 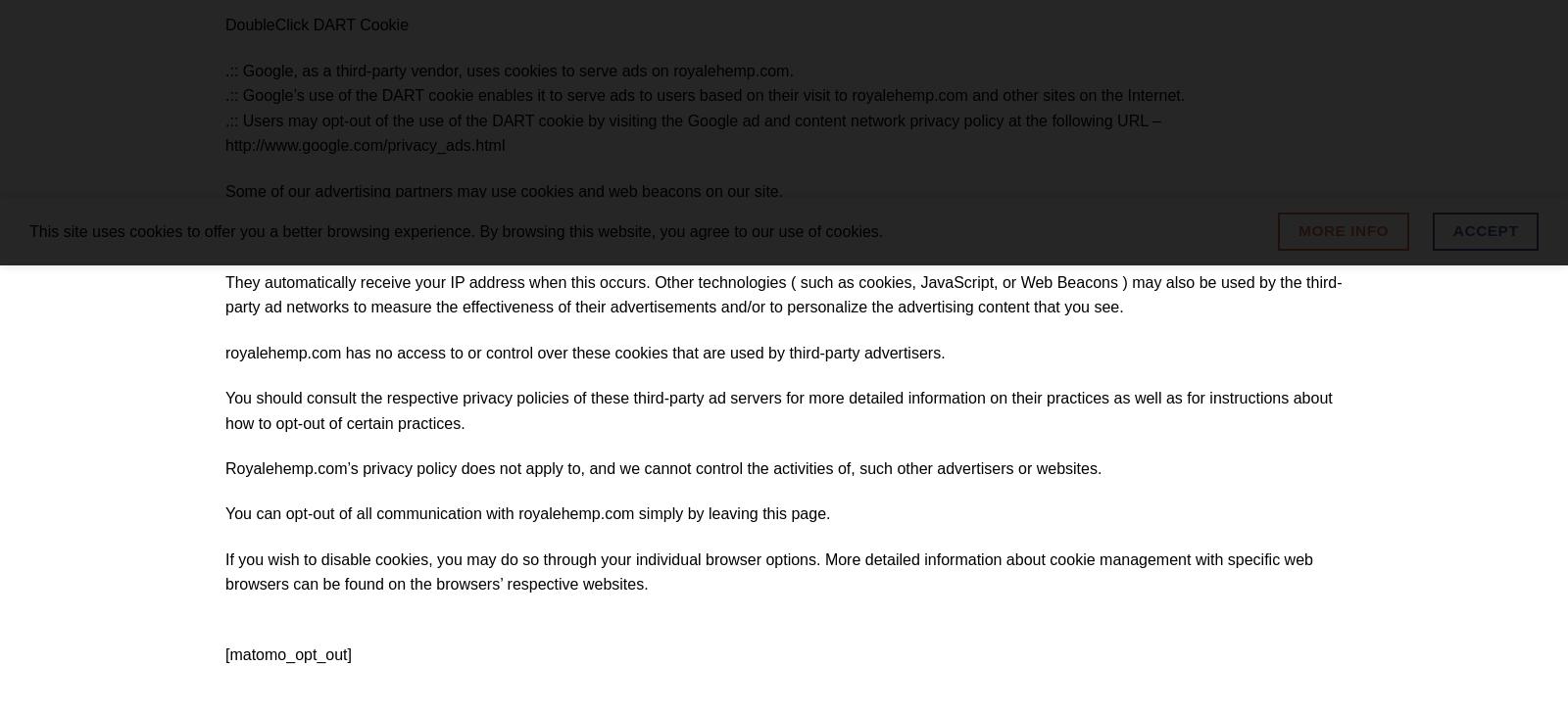 I want to click on 'They automatically receive your IP address when this occurs. Other technologies ( such as cookies, JavaScript, or Web Beacons ) may also be used by the third-party ad networks to measure the effectiveness of their advertisements and/or to personalize the advertising content that you see.', so click(x=783, y=293).